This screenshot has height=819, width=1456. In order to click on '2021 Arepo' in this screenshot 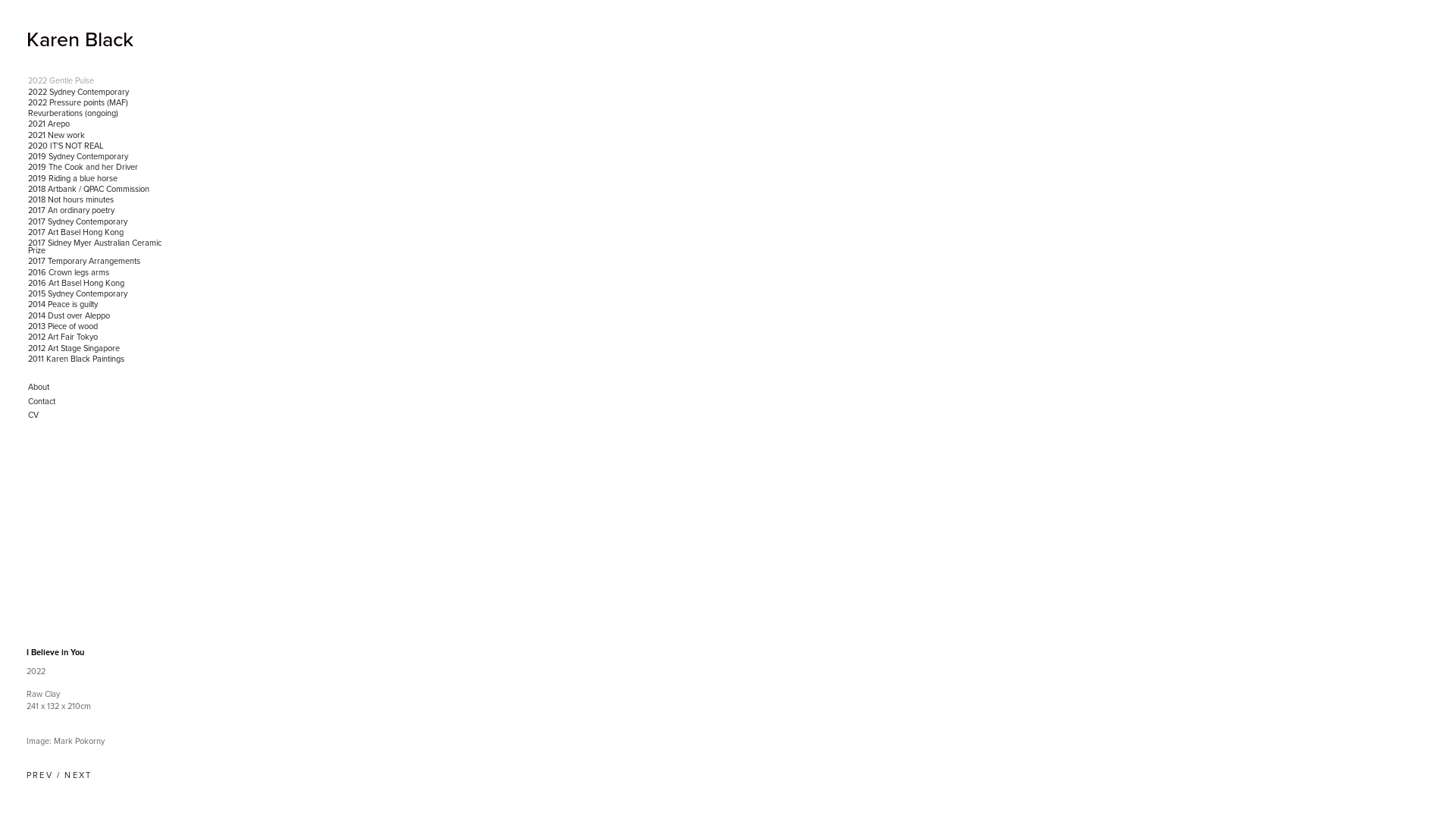, I will do `click(26, 124)`.